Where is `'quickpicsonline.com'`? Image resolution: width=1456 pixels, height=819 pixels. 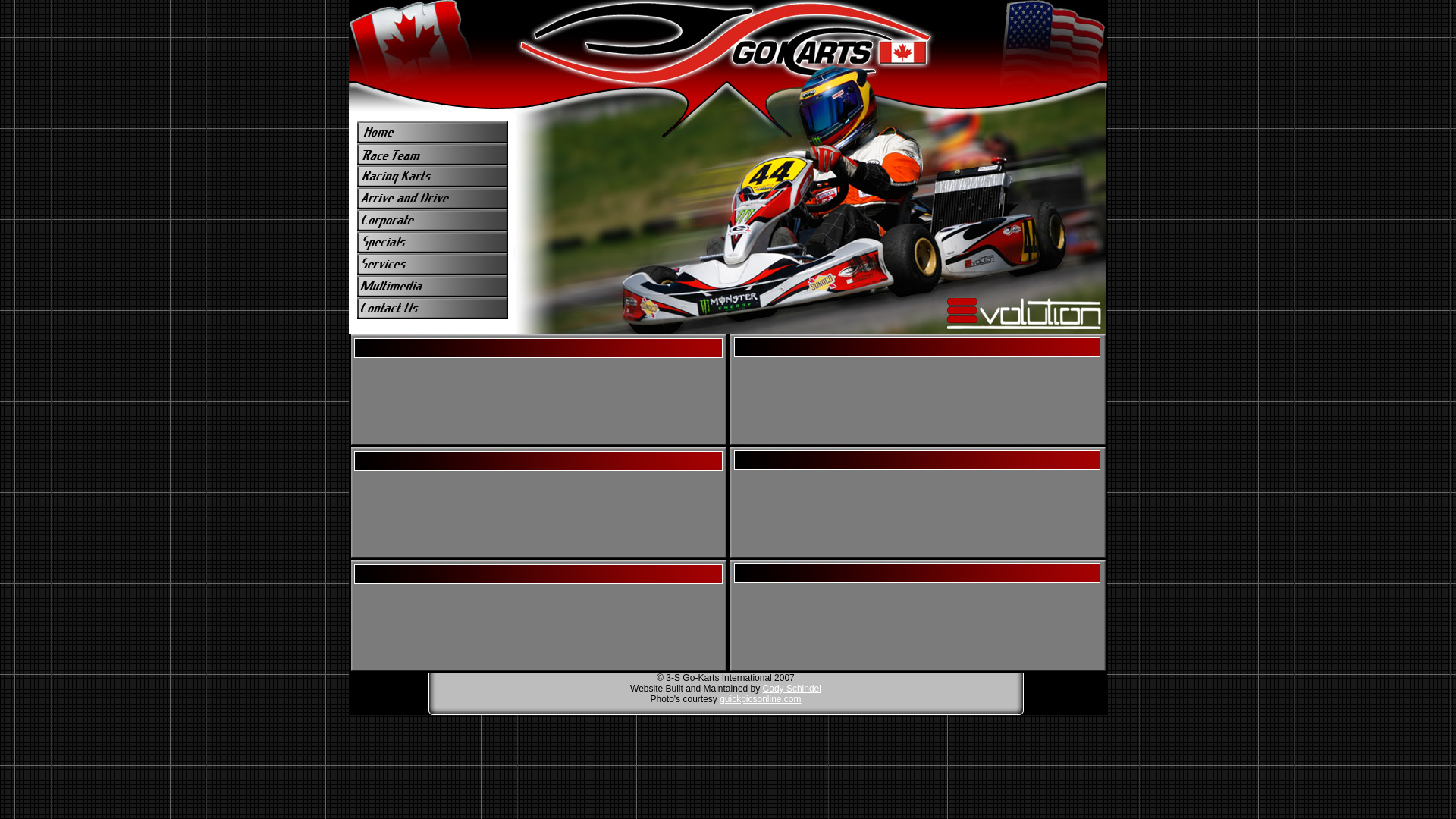
'quickpicsonline.com' is located at coordinates (760, 698).